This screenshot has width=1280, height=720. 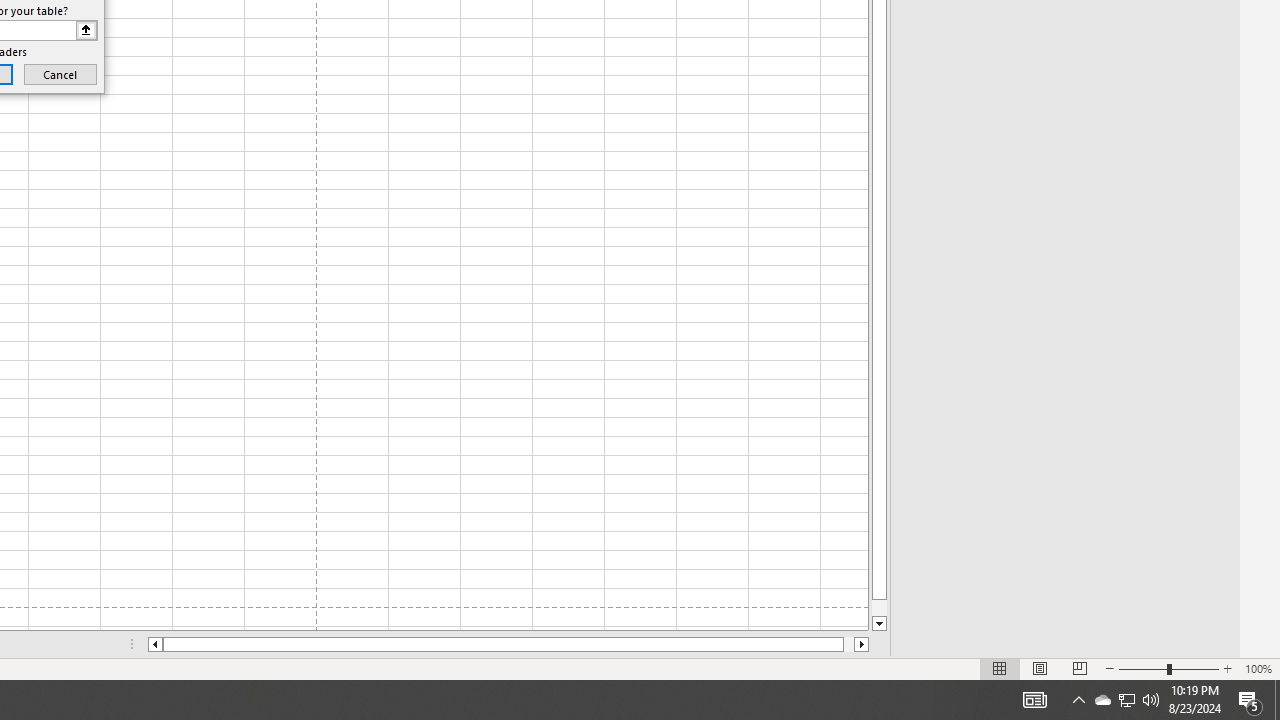 I want to click on 'Page down', so click(x=879, y=607).